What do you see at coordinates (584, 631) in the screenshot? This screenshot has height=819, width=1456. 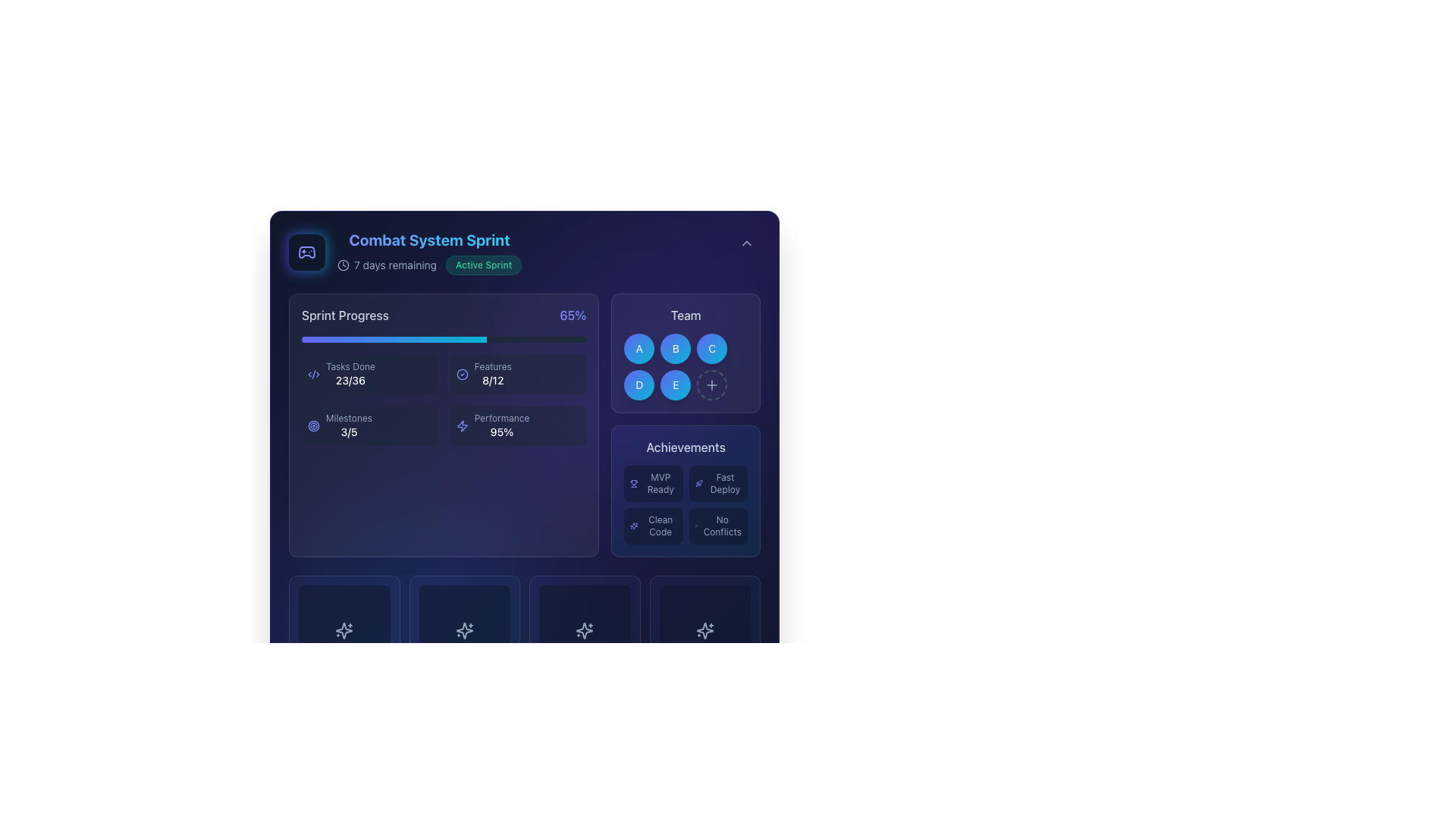 I see `the graphical icon resembling sparkles or stars, which is the third icon from the left in the second row of the grid, located below the 'Sprint Progress', 'Team', and 'Achievements' sections` at bounding box center [584, 631].